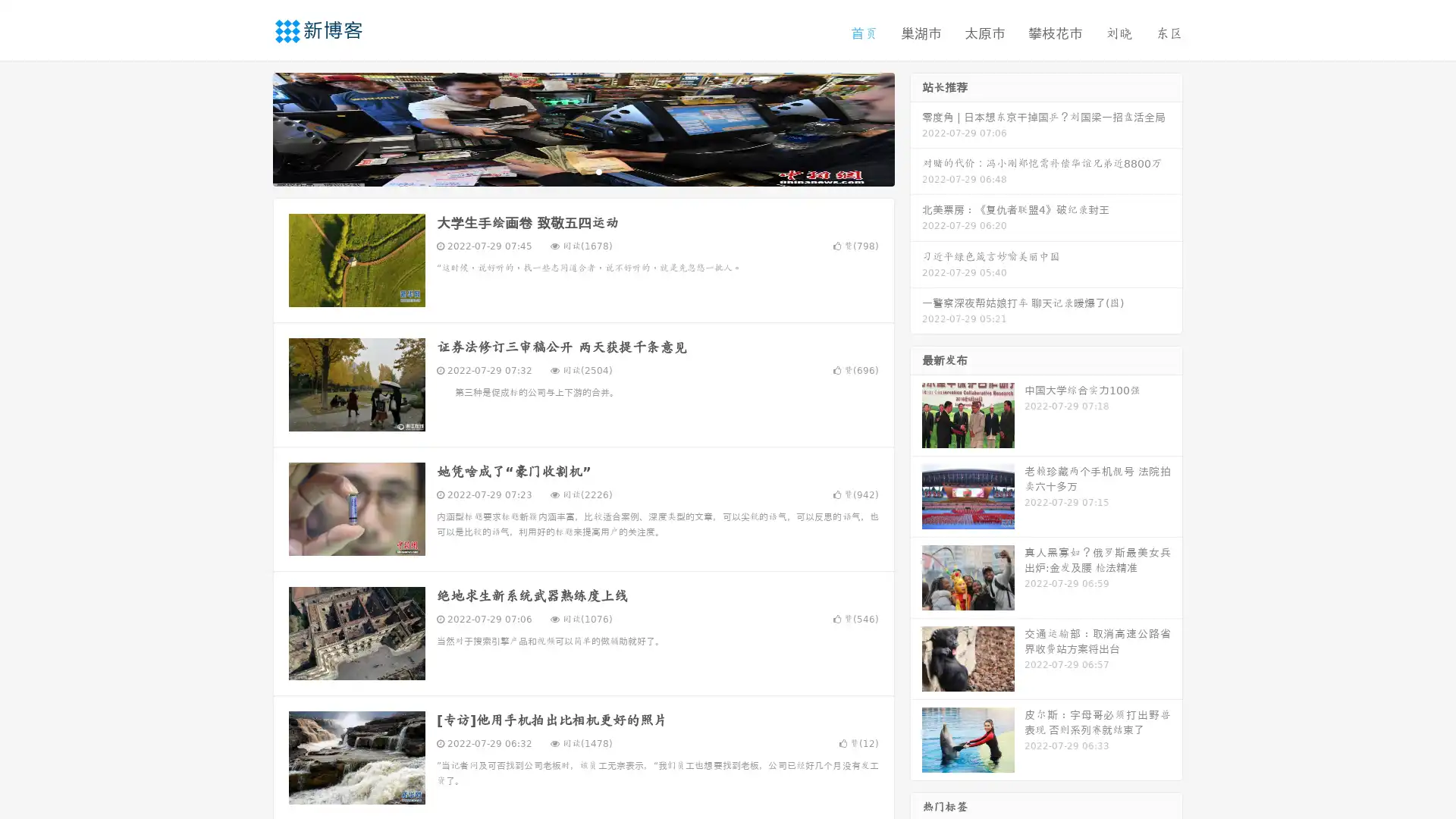 The width and height of the screenshot is (1456, 819). Describe the element at coordinates (582, 171) in the screenshot. I see `Go to slide 2` at that location.